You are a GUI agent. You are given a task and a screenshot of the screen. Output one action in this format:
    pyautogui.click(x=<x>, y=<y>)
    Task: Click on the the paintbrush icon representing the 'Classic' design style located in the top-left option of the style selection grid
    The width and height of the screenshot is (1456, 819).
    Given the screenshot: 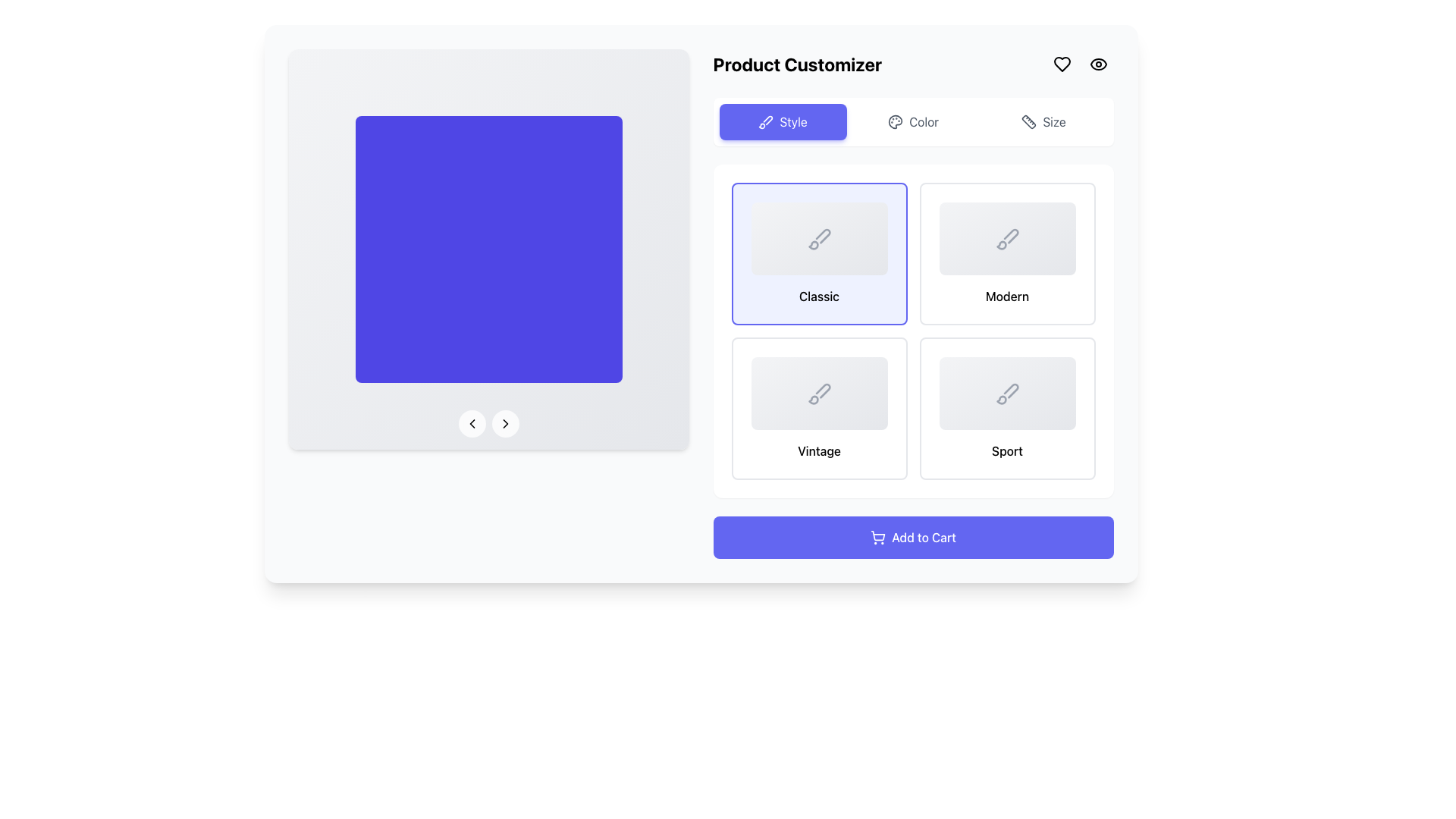 What is the action you would take?
    pyautogui.click(x=818, y=239)
    